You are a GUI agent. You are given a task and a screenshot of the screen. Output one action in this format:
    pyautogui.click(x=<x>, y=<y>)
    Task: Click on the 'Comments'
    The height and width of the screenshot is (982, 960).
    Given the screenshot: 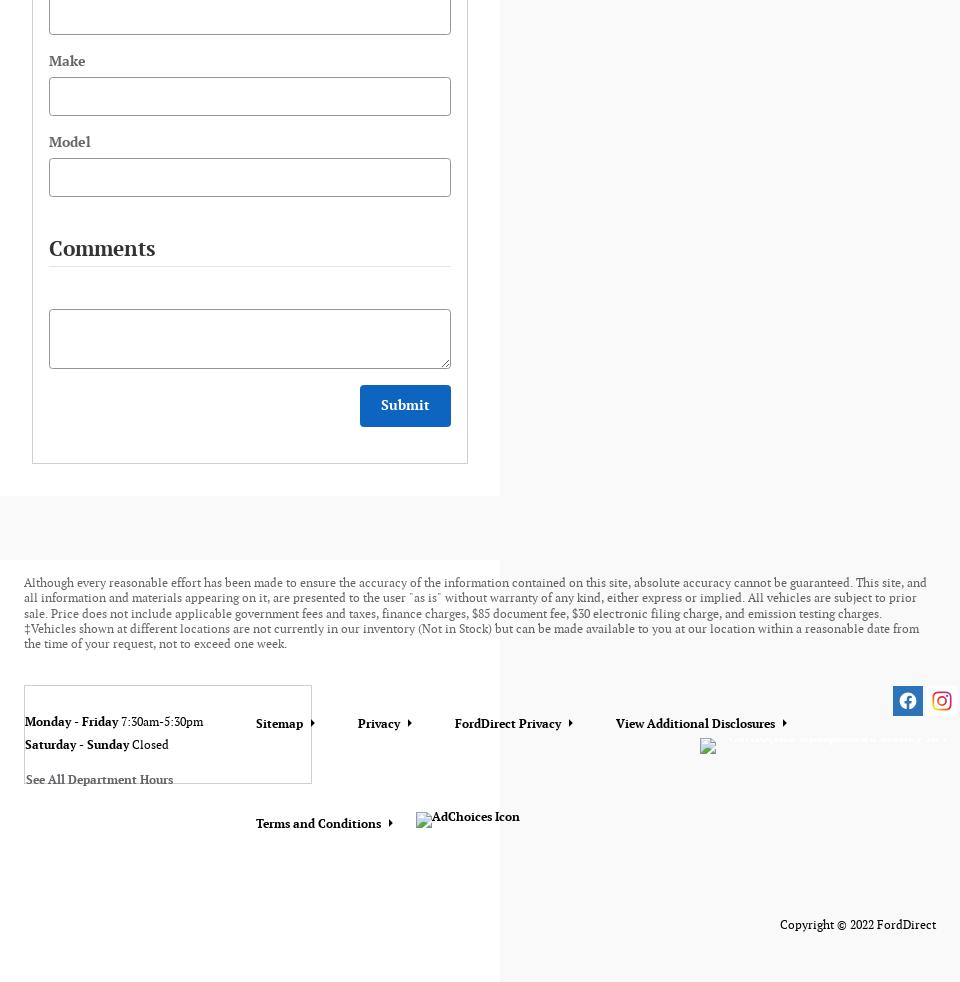 What is the action you would take?
    pyautogui.click(x=102, y=249)
    